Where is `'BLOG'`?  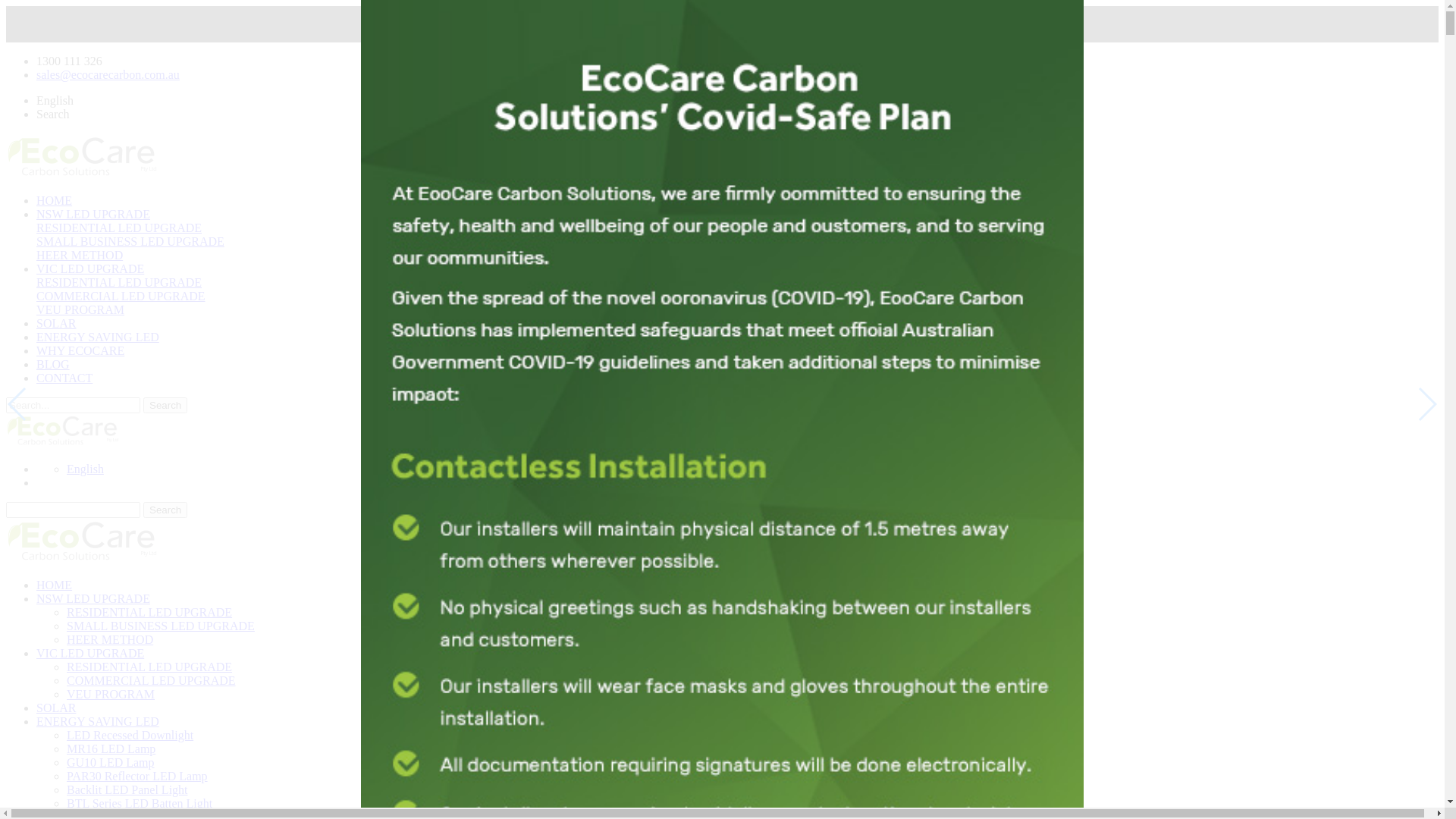 'BLOG' is located at coordinates (53, 364).